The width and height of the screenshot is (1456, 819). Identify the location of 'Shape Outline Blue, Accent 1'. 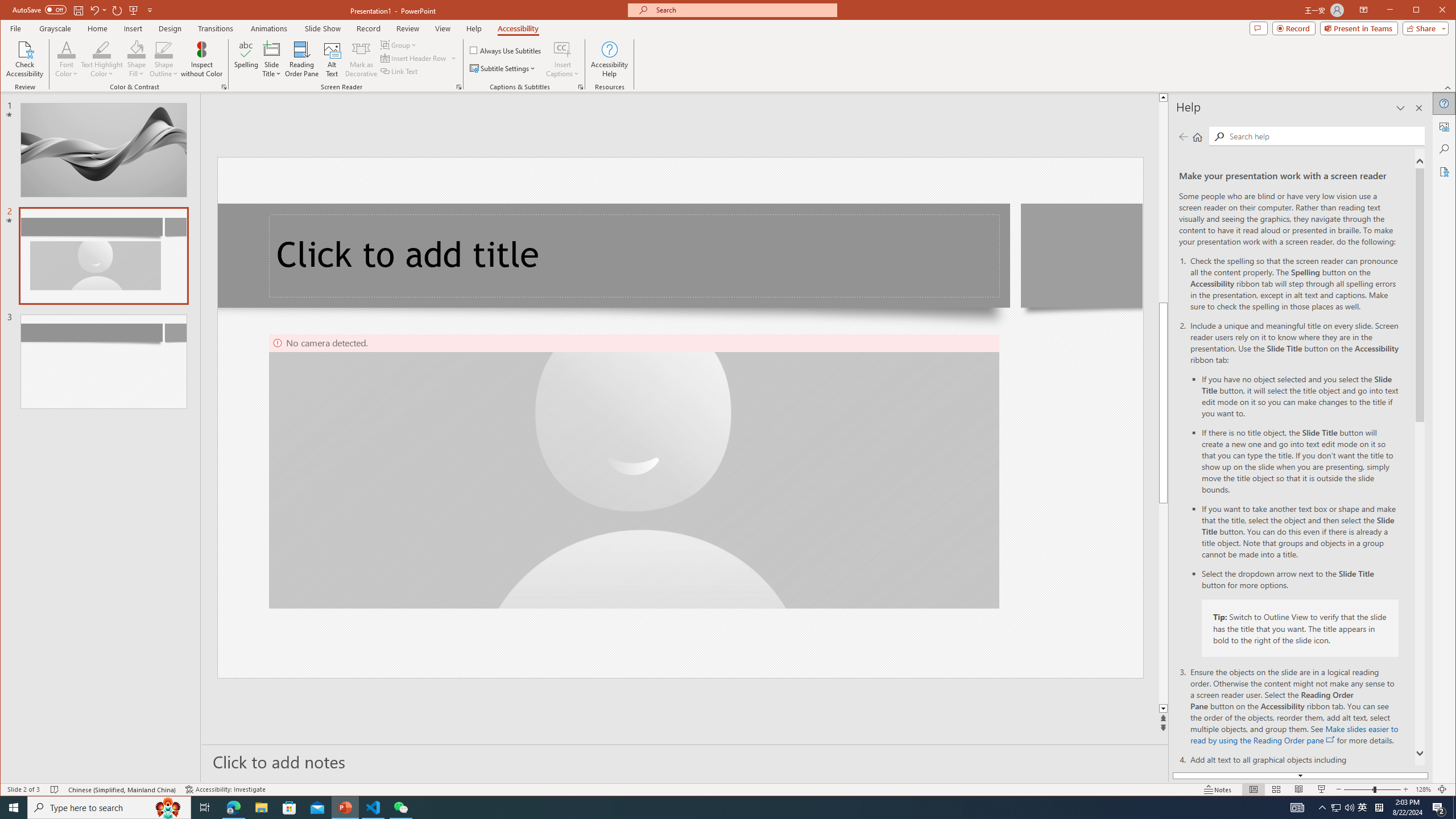
(164, 48).